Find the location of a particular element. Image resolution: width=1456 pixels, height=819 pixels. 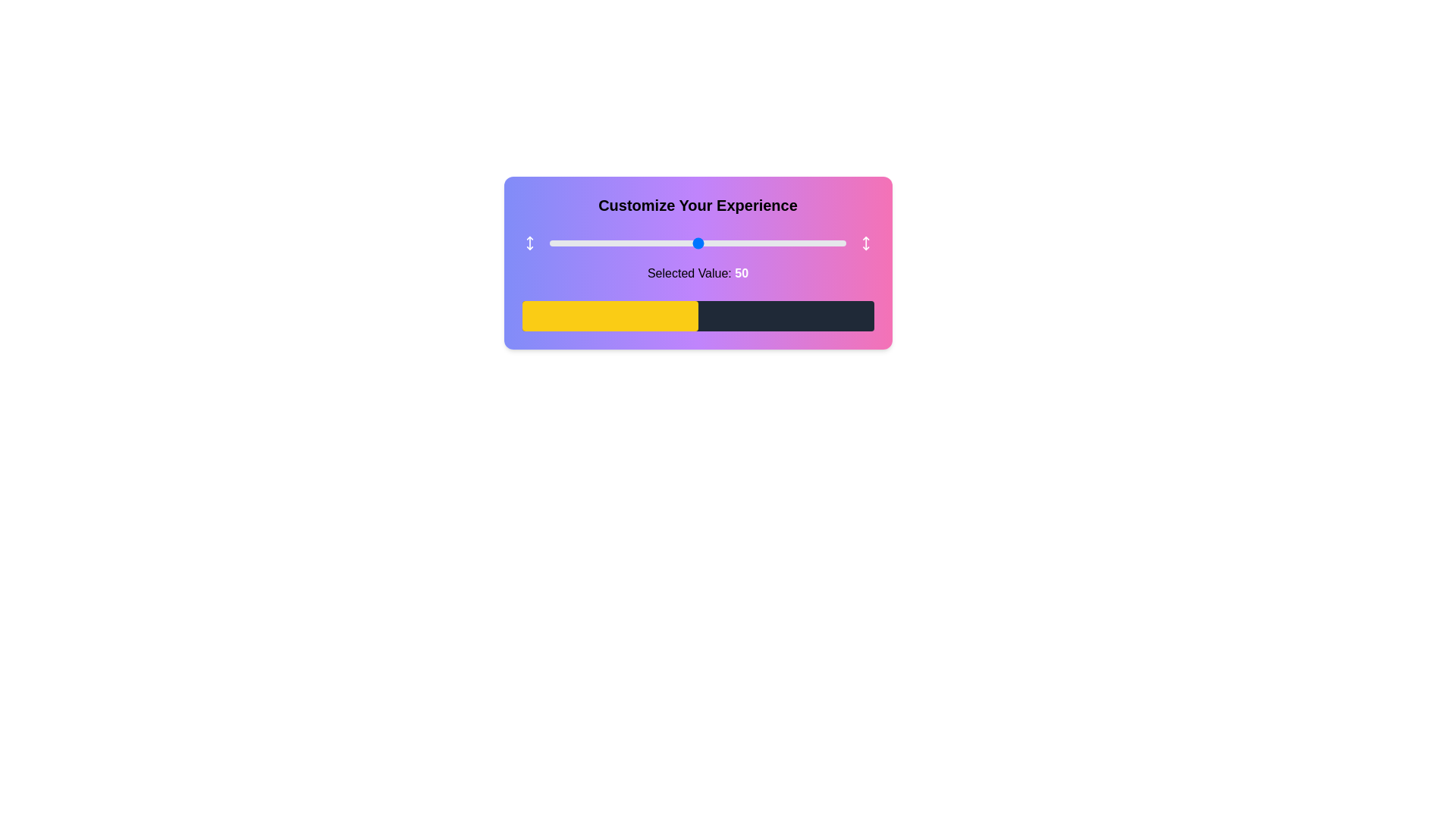

the slider to set its value to 88 is located at coordinates (810, 242).